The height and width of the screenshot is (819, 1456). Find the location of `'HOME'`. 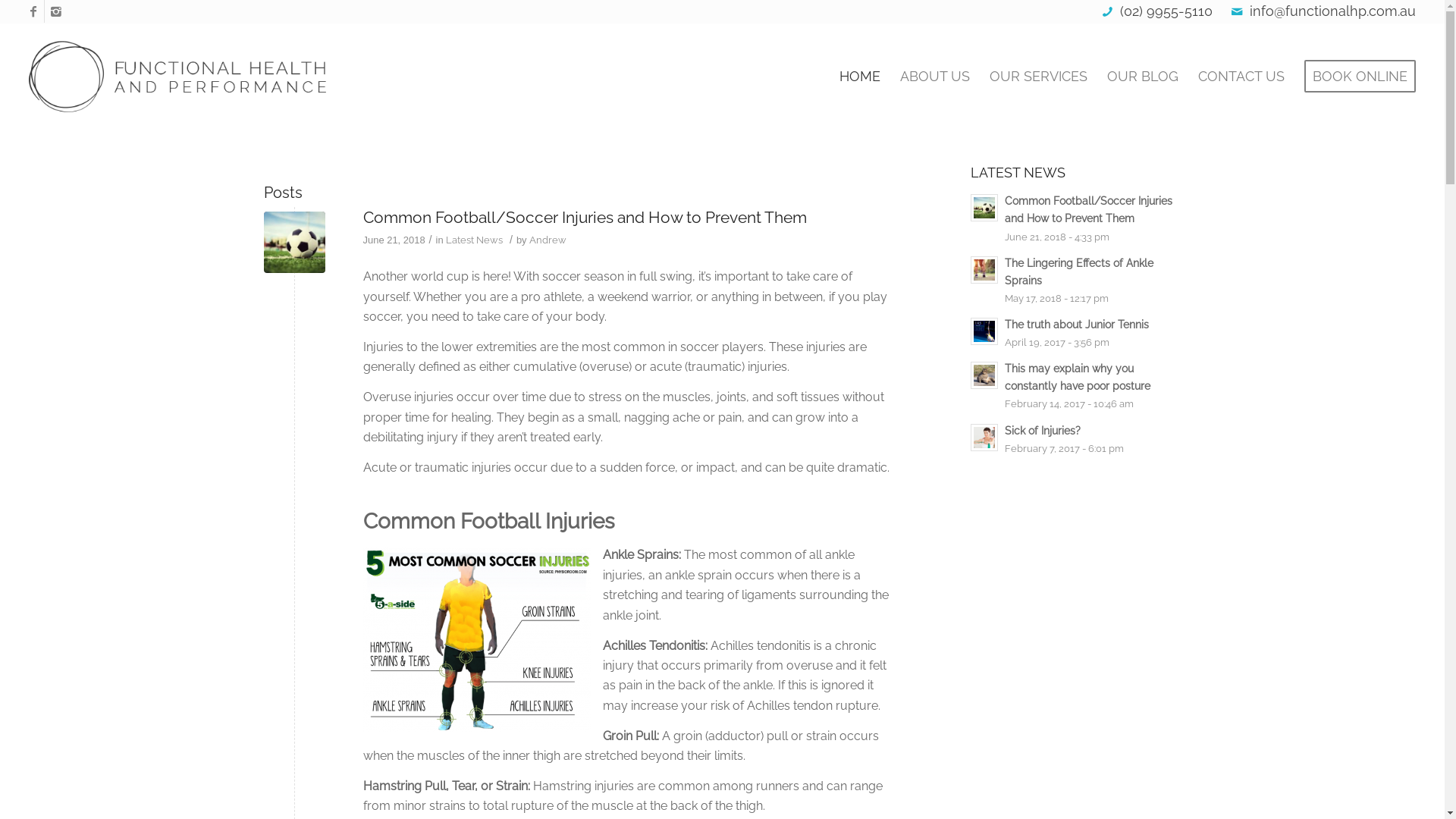

'HOME' is located at coordinates (859, 76).